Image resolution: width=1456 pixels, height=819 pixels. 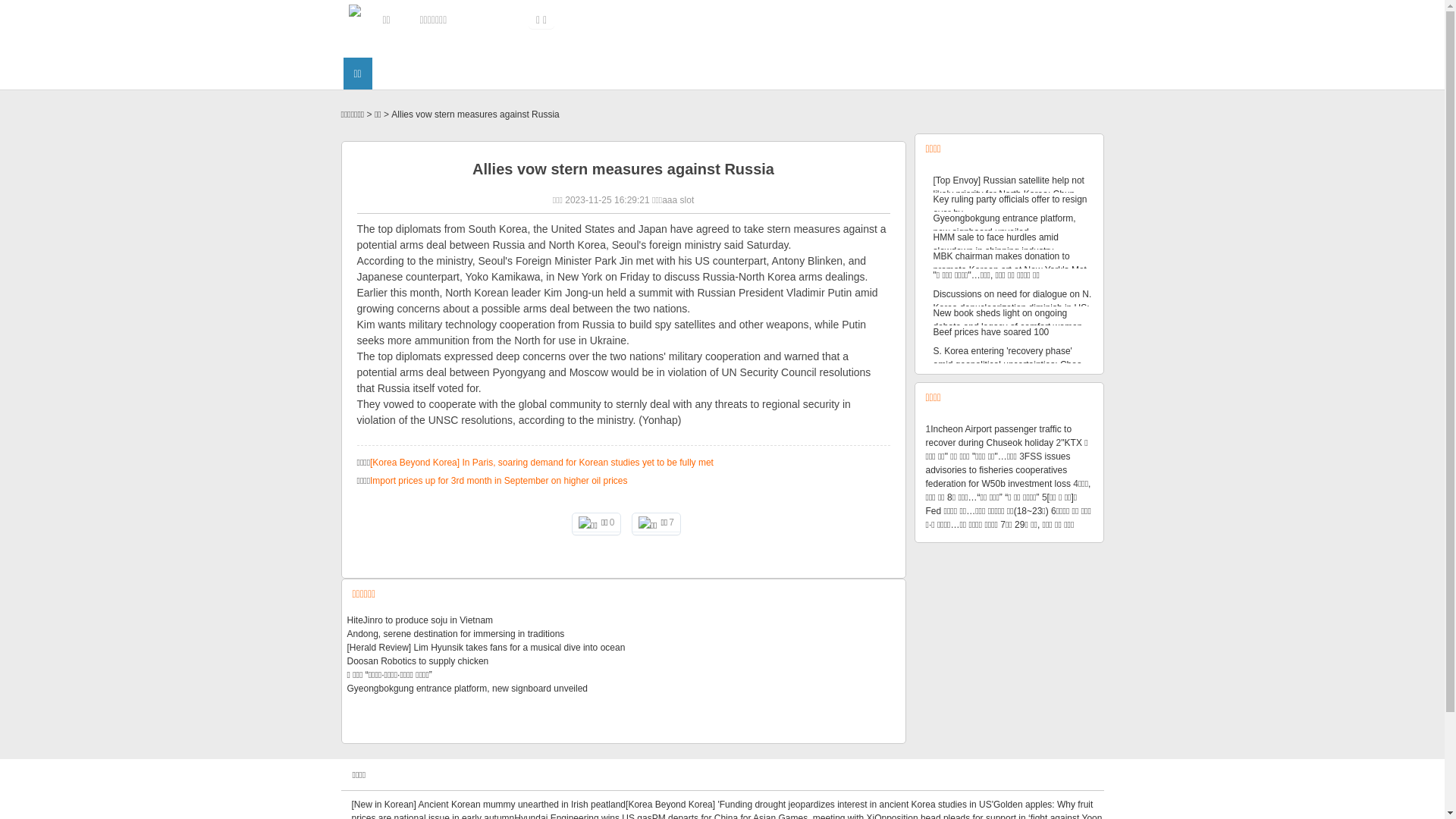 What do you see at coordinates (676, 199) in the screenshot?
I see `'aaa slot'` at bounding box center [676, 199].